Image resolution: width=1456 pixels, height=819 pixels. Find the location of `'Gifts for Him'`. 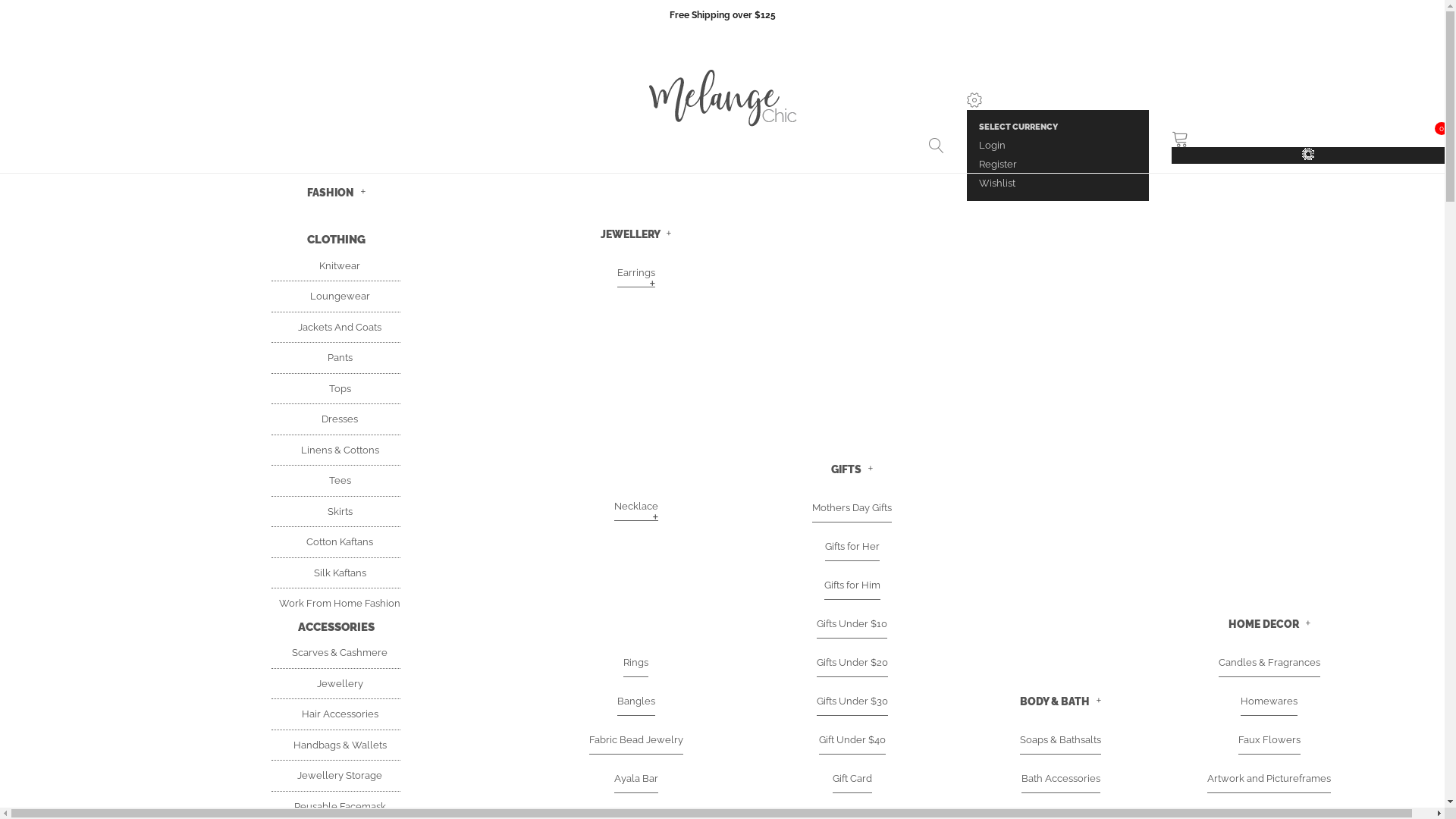

'Gifts for Him' is located at coordinates (822, 584).